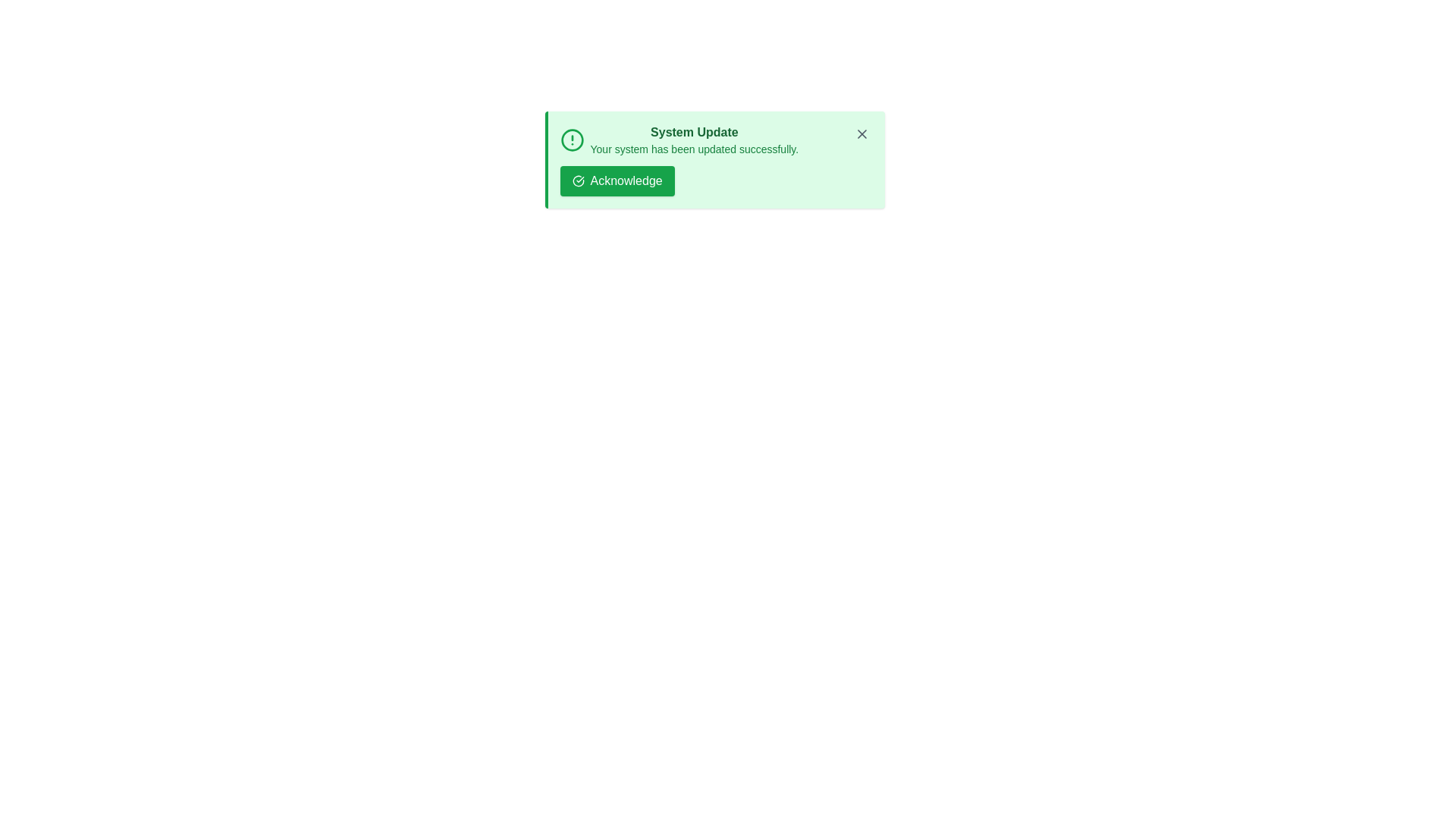 This screenshot has width=1456, height=819. I want to click on the 'Acknowledge' button to acknowledge the notification, so click(617, 180).